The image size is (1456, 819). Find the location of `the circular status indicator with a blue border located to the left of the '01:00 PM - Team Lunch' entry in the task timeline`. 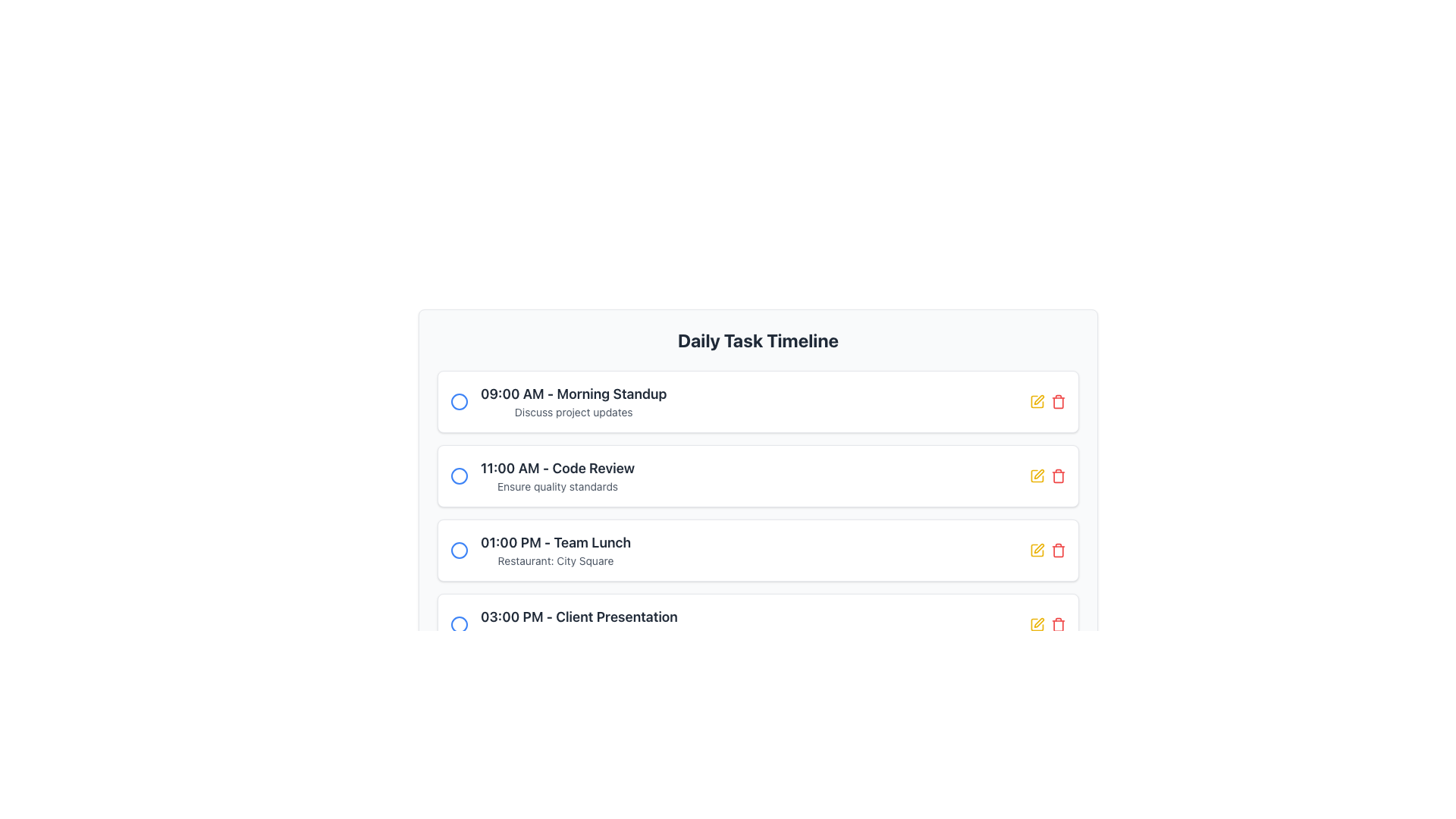

the circular status indicator with a blue border located to the left of the '01:00 PM - Team Lunch' entry in the task timeline is located at coordinates (458, 550).